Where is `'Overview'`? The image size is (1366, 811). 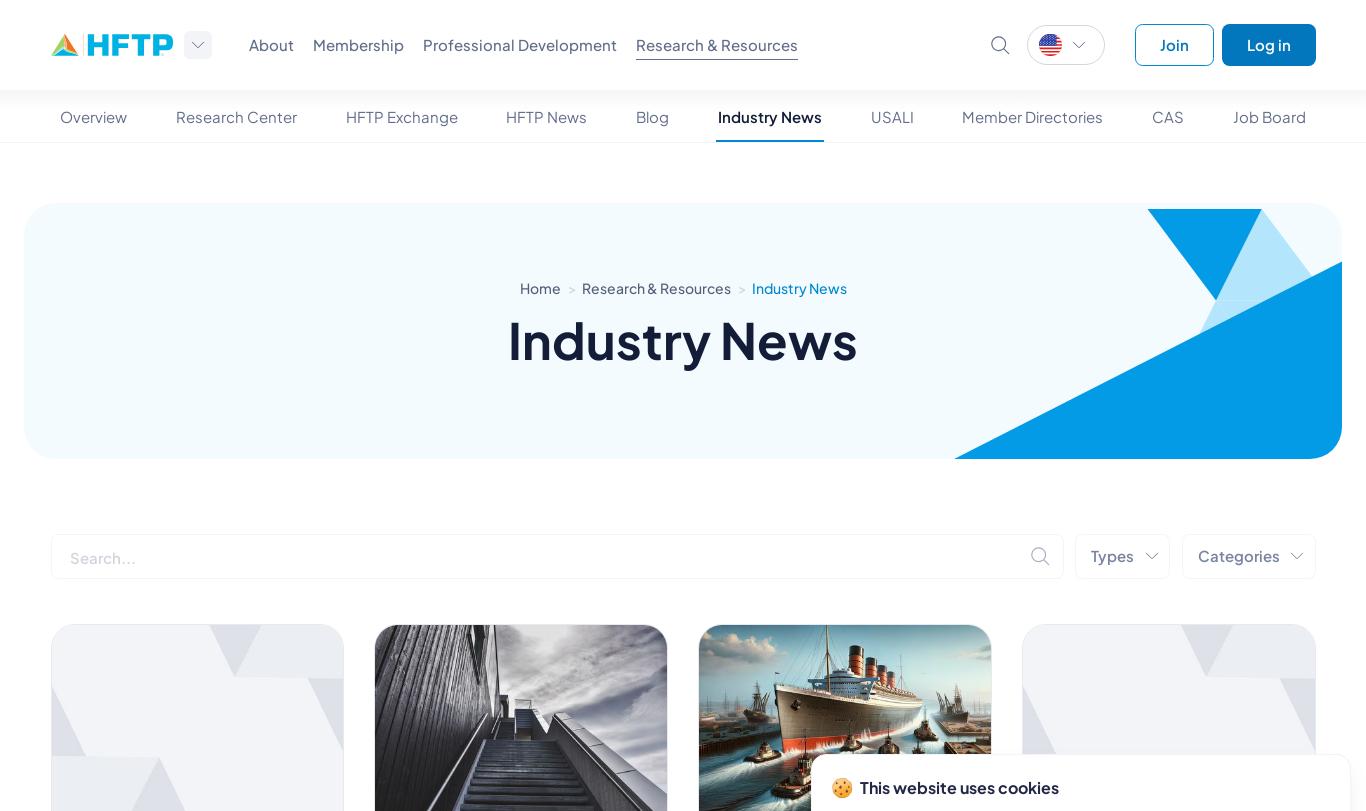 'Overview' is located at coordinates (93, 116).